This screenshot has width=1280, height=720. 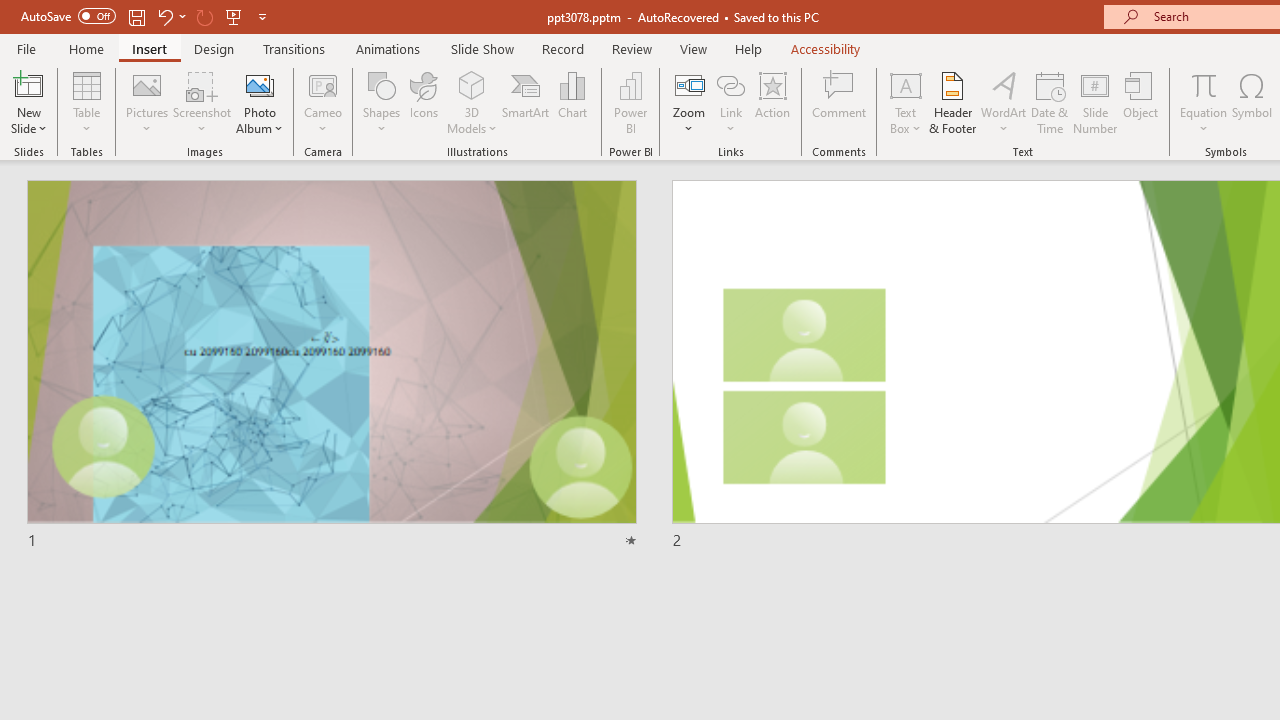 I want to click on 'WordArt', so click(x=1004, y=103).